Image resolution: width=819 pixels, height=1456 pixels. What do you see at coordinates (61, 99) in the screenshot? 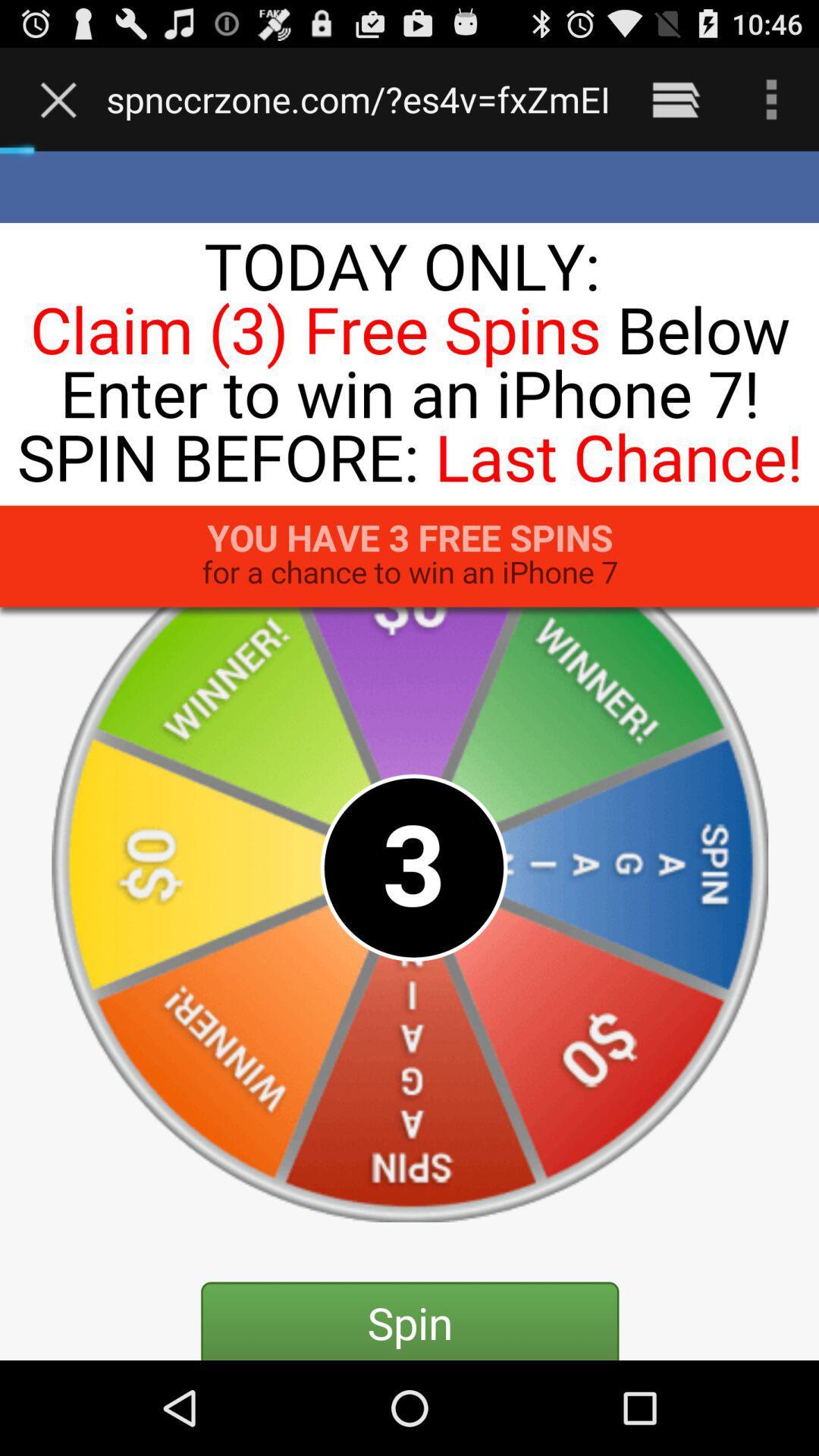
I see `icon to the left of the www electronicproductzone com icon` at bounding box center [61, 99].